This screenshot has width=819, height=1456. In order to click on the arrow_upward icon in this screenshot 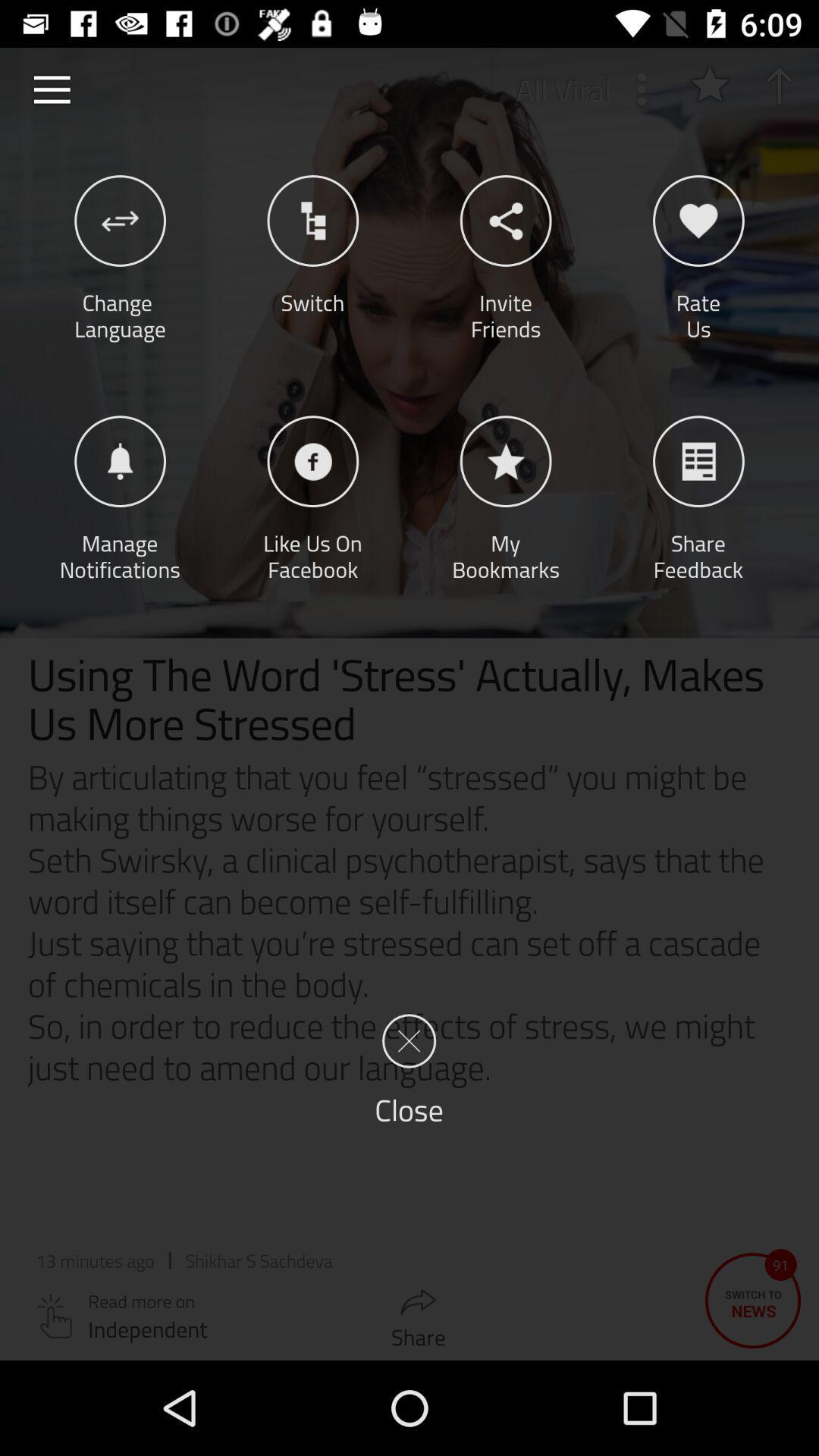, I will do `click(779, 85)`.